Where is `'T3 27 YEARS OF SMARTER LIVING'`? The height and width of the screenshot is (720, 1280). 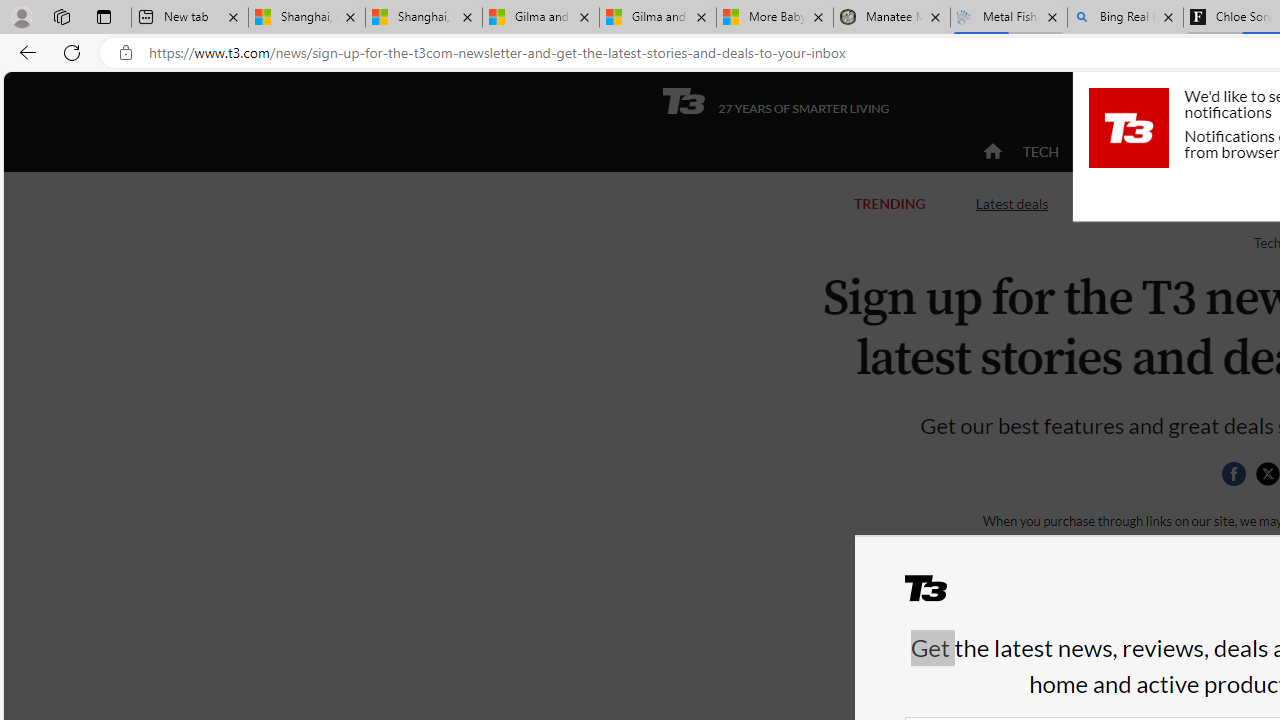 'T3 27 YEARS OF SMARTER LIVING' is located at coordinates (774, 101).